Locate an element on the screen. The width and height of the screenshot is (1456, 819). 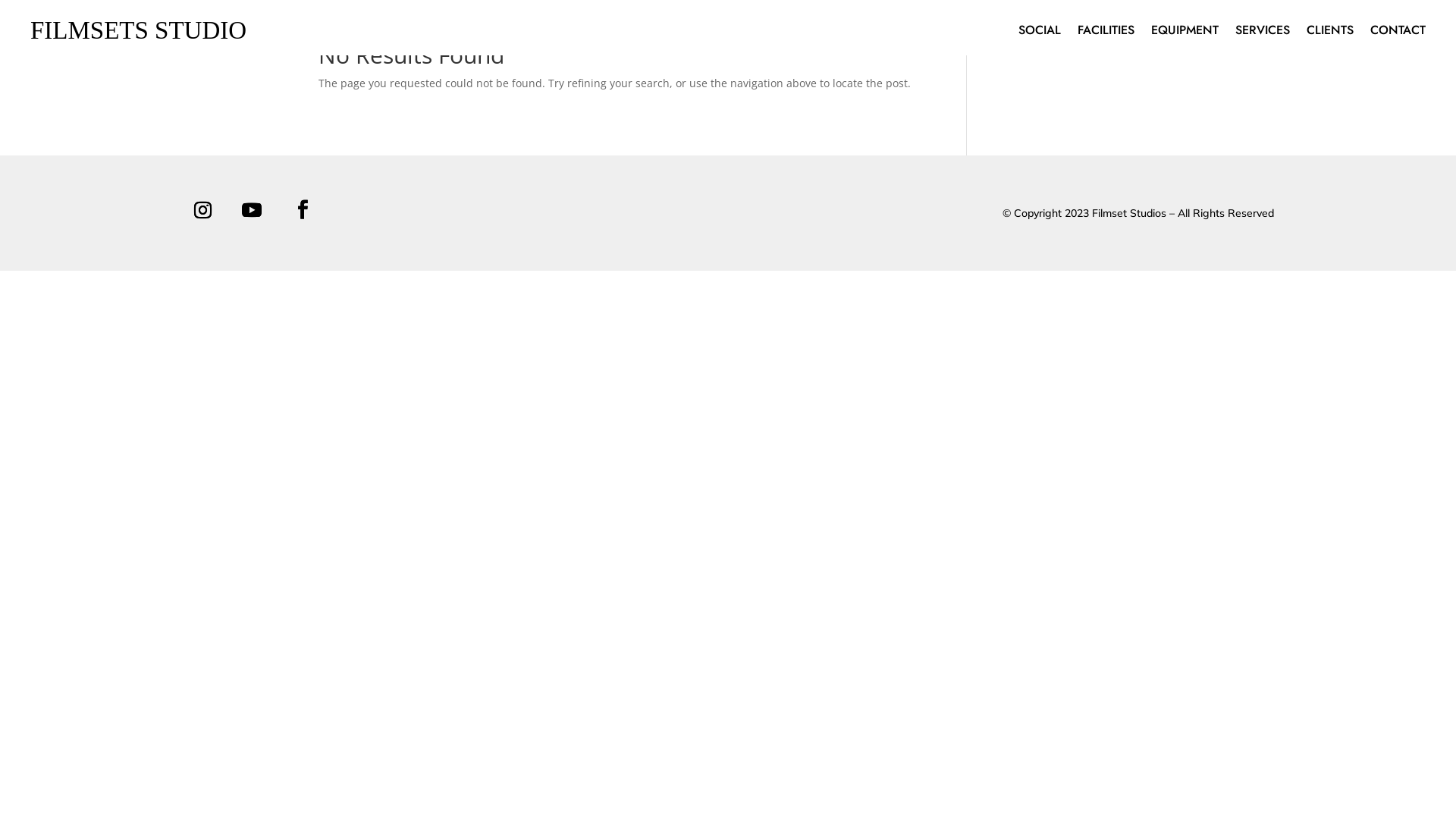
'Follow on Instagram' is located at coordinates (202, 210).